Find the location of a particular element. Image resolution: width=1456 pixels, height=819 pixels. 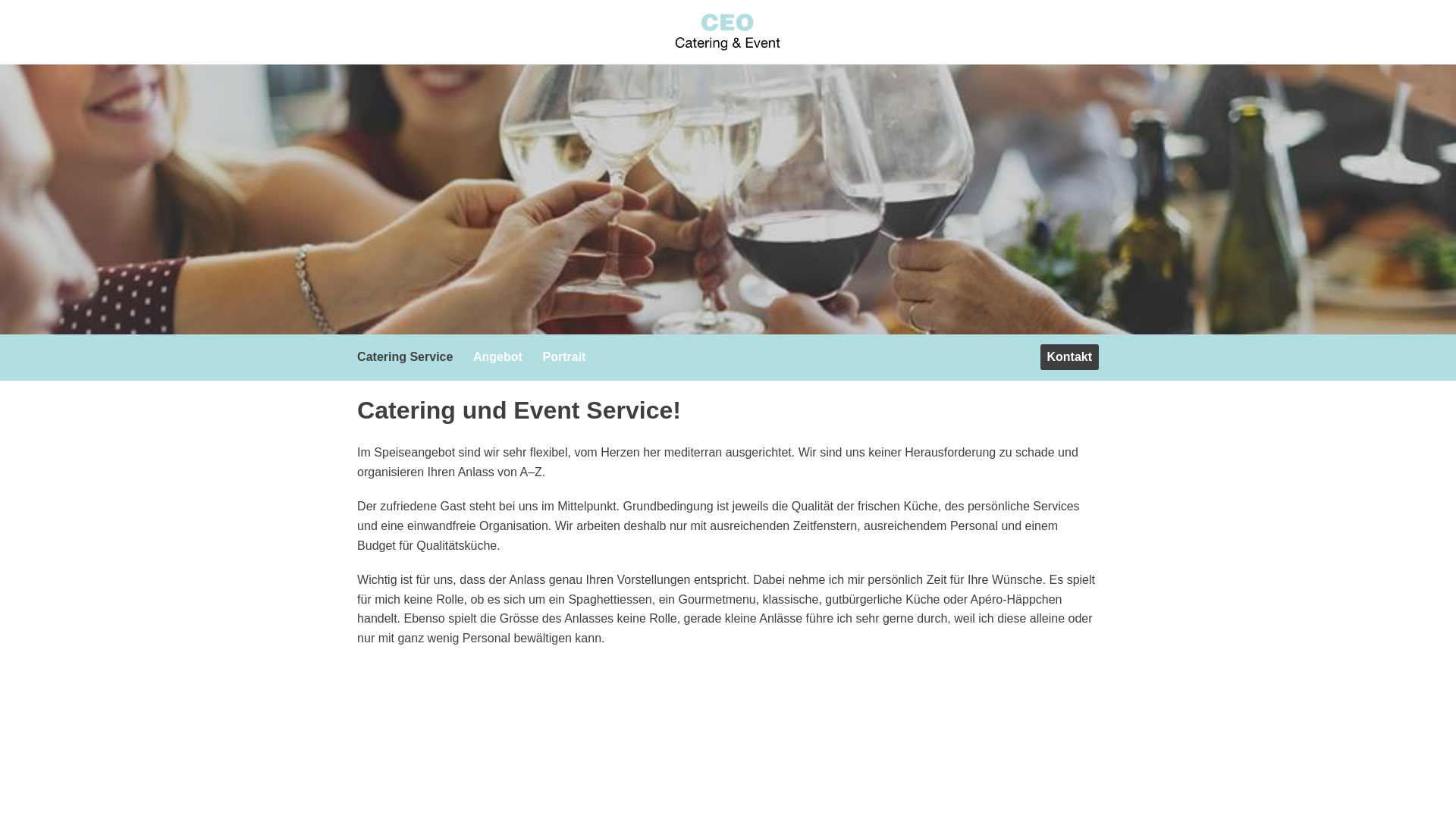

'Portrait' is located at coordinates (566, 356).